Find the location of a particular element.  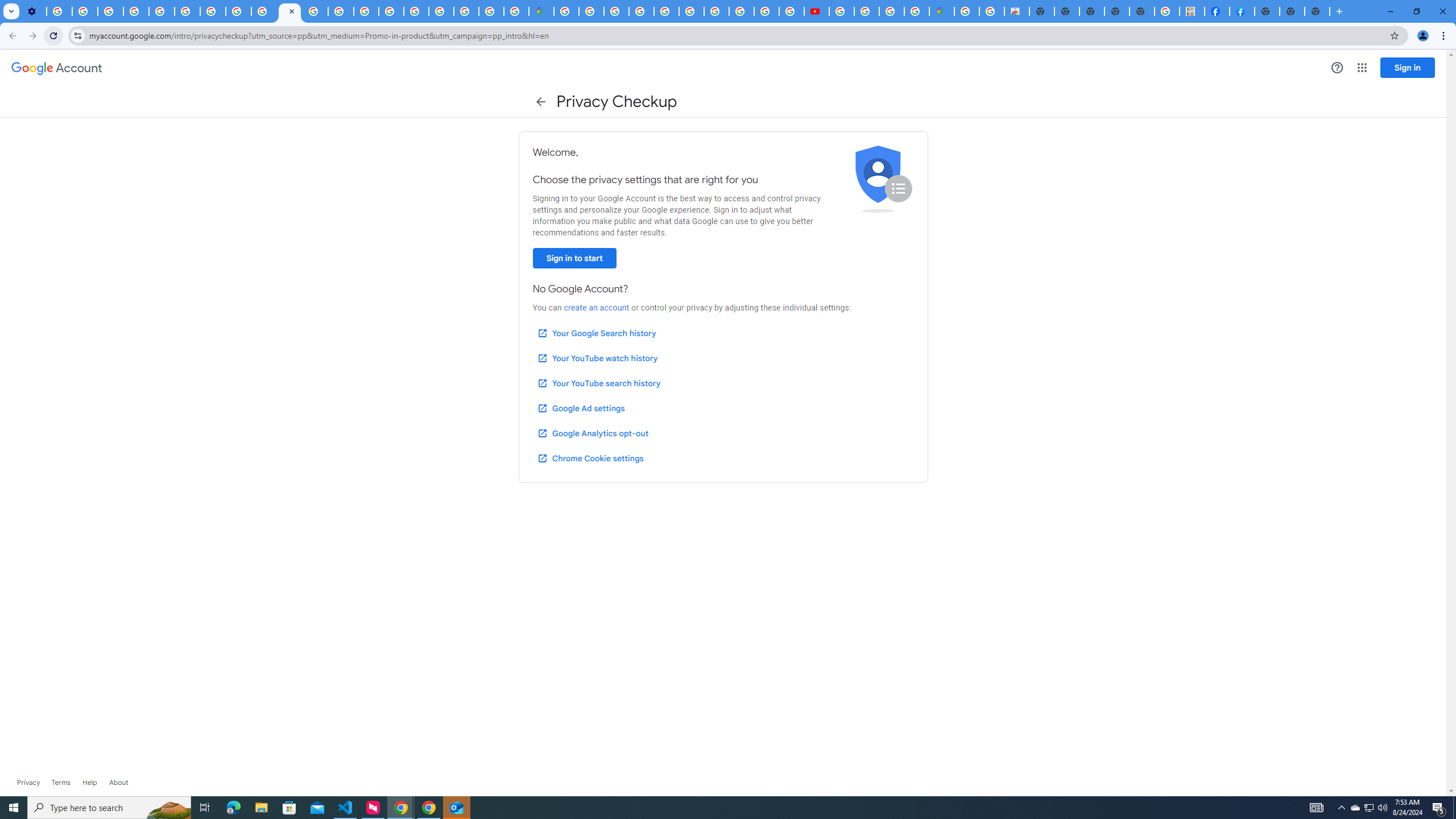

'New Tab' is located at coordinates (1266, 11).